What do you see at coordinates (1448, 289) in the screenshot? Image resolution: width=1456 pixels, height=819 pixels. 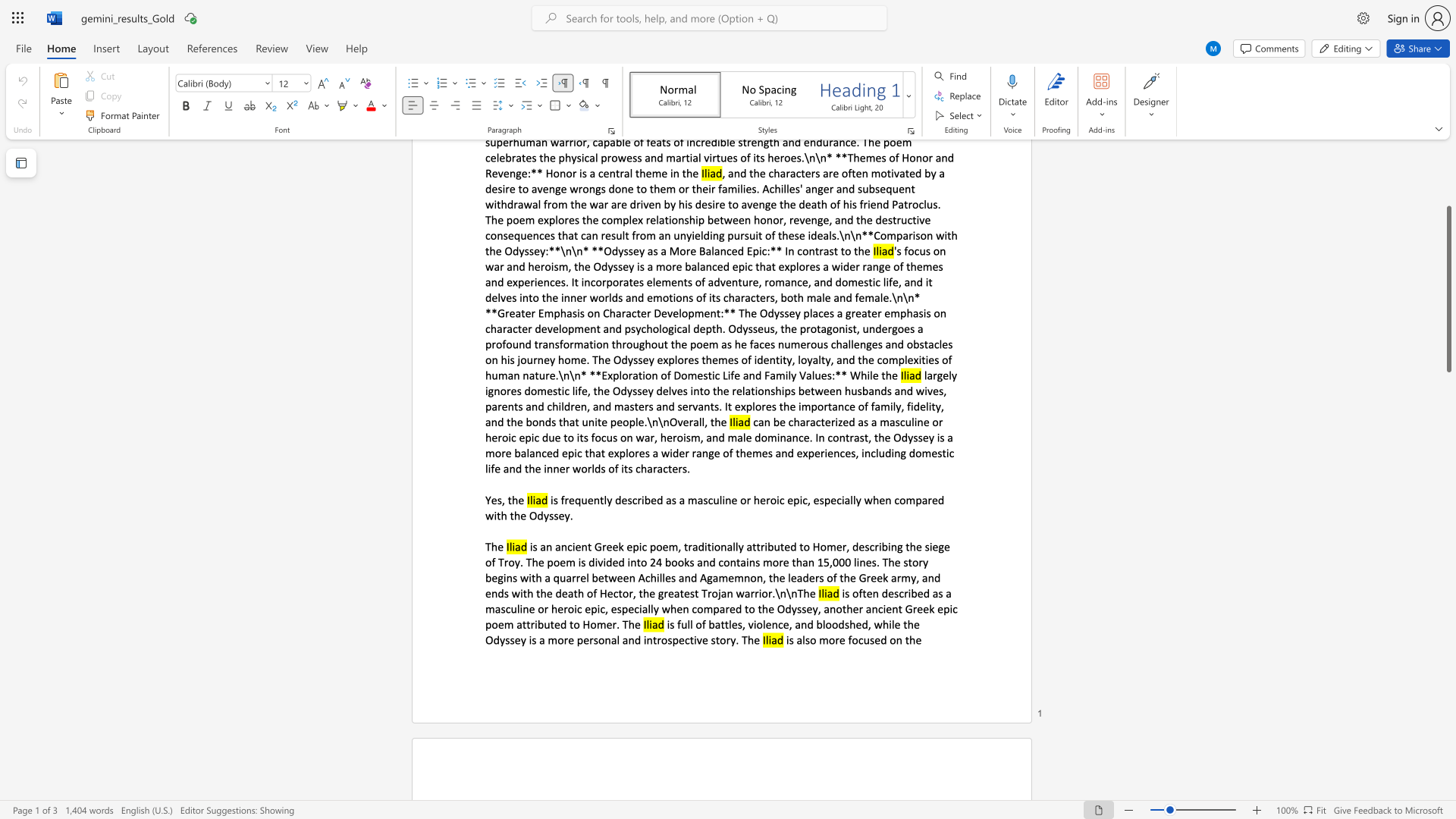 I see `the scrollbar and move down 580 pixels` at bounding box center [1448, 289].